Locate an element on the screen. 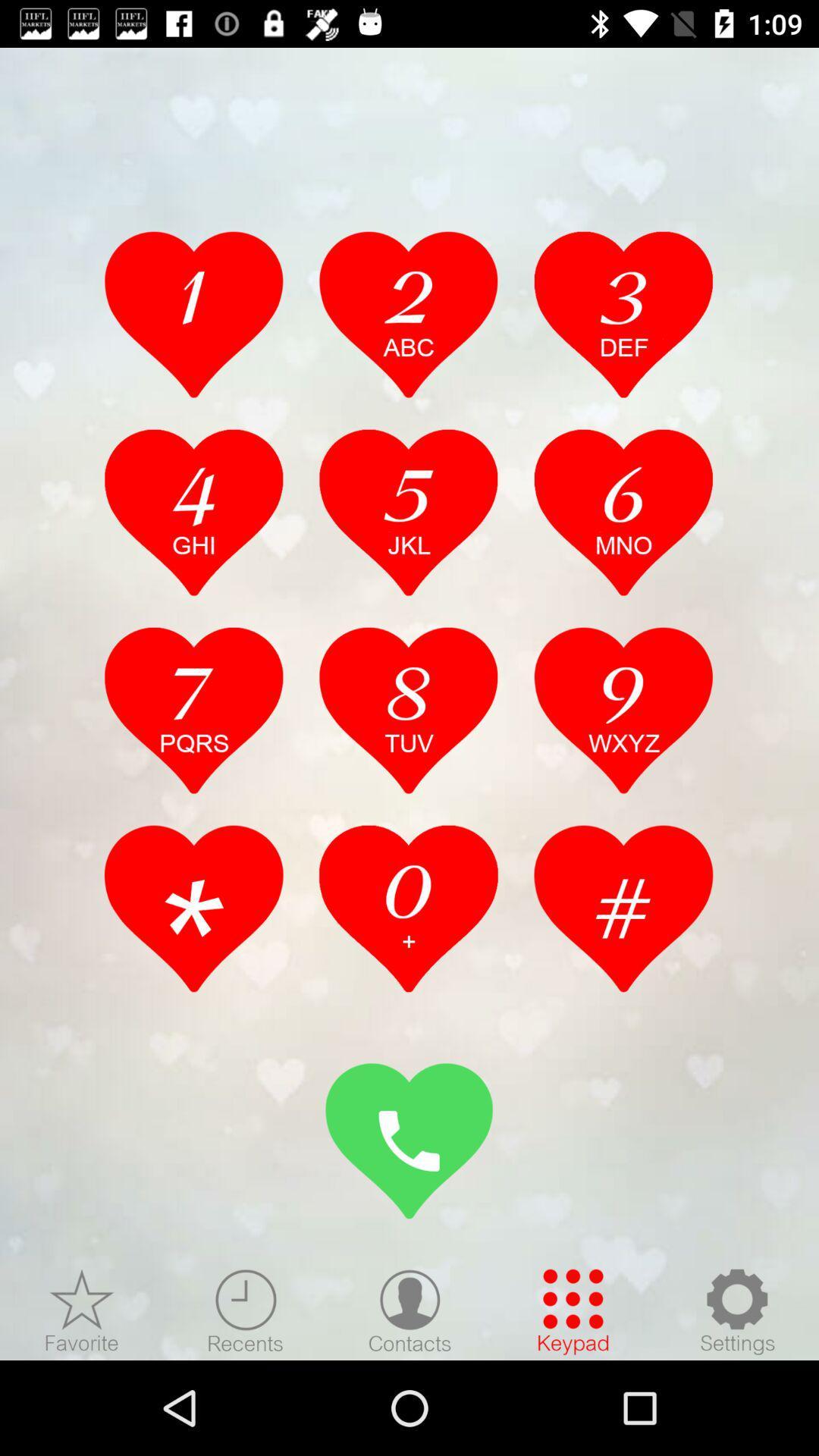  keypad is used to dial the number is located at coordinates (573, 1310).